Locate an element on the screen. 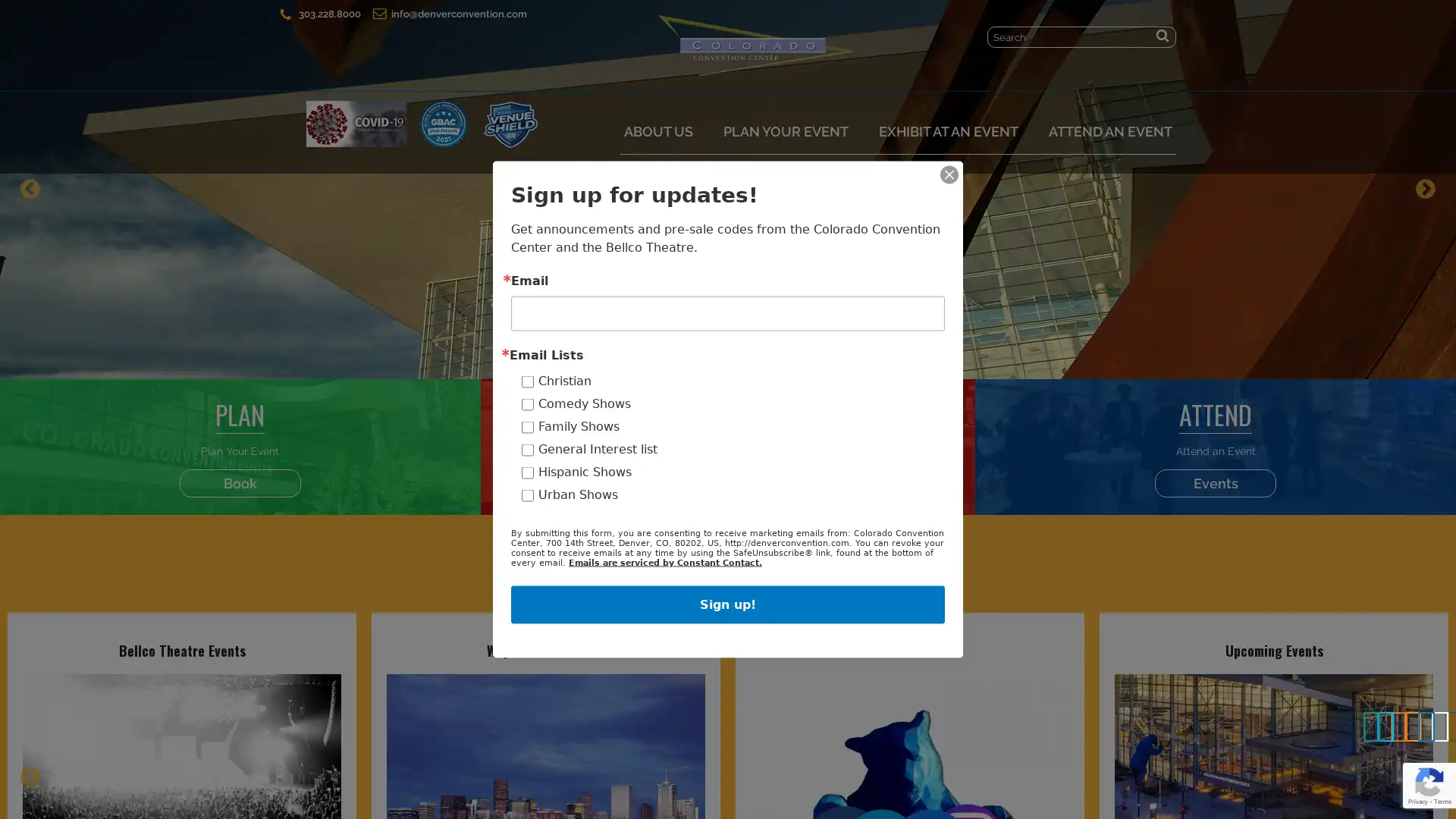  Previous is located at coordinates (30, 777).